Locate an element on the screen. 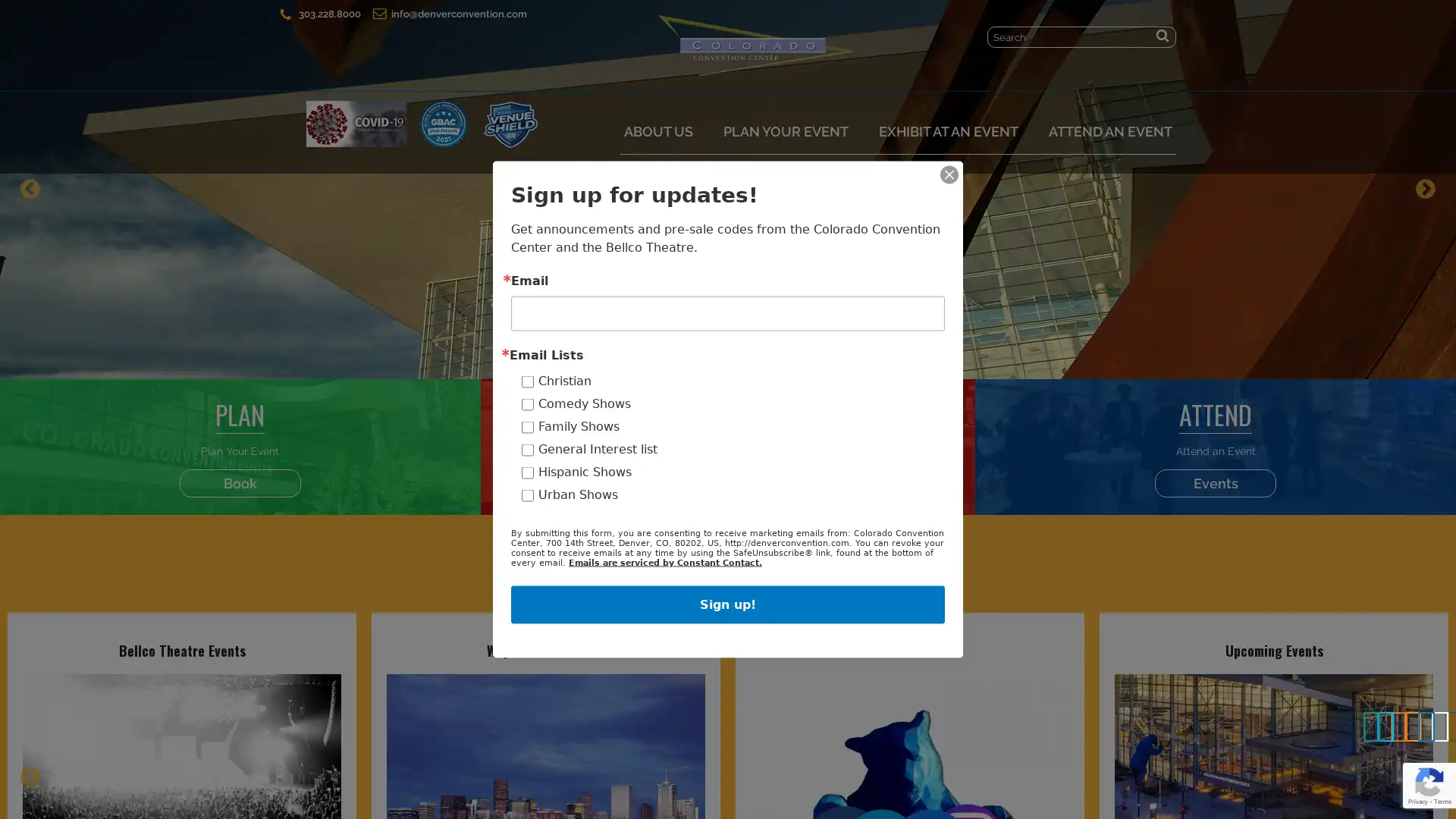  Previous is located at coordinates (30, 777).